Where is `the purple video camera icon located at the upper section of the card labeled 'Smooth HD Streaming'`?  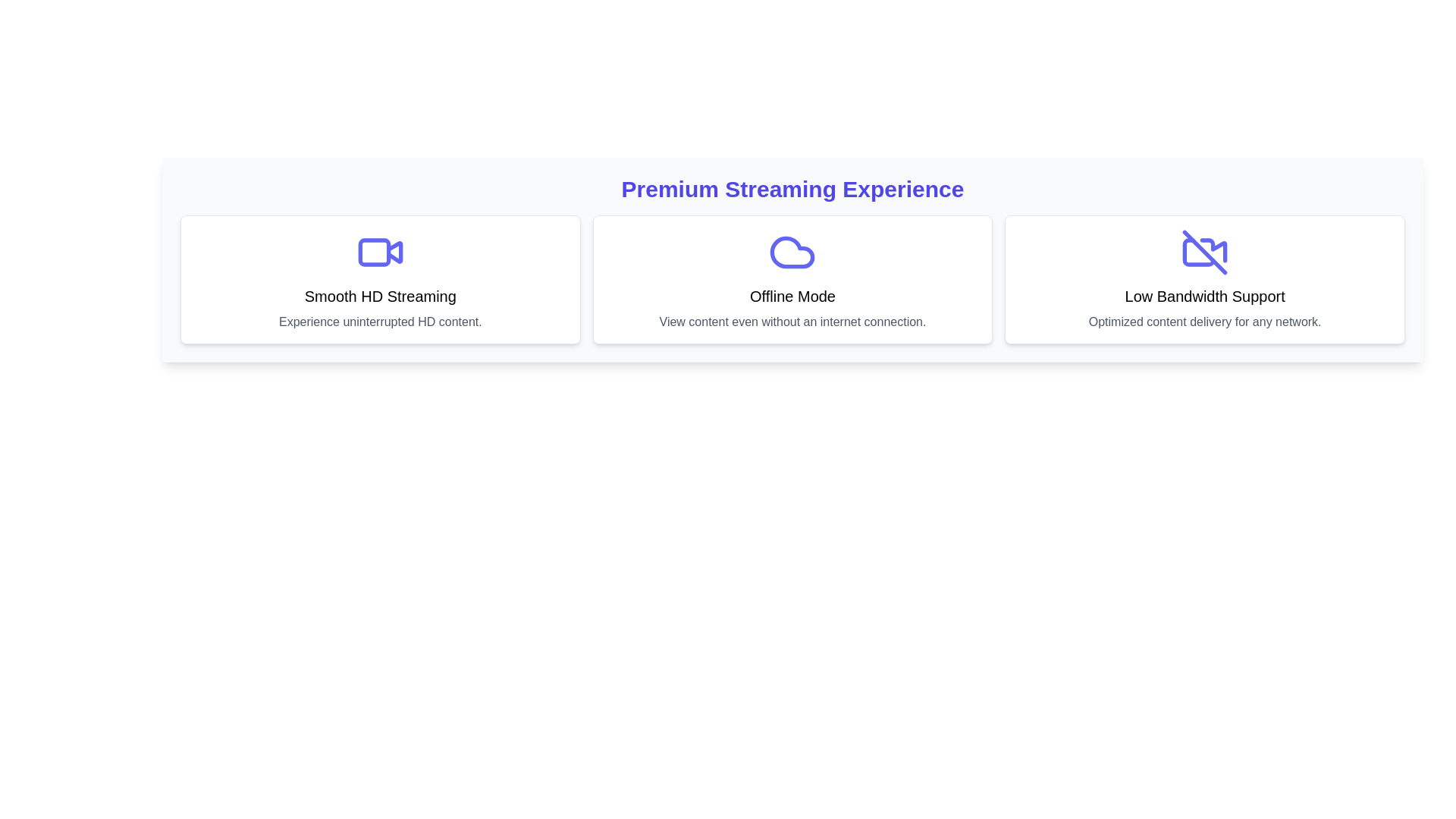
the purple video camera icon located at the upper section of the card labeled 'Smooth HD Streaming' is located at coordinates (380, 251).